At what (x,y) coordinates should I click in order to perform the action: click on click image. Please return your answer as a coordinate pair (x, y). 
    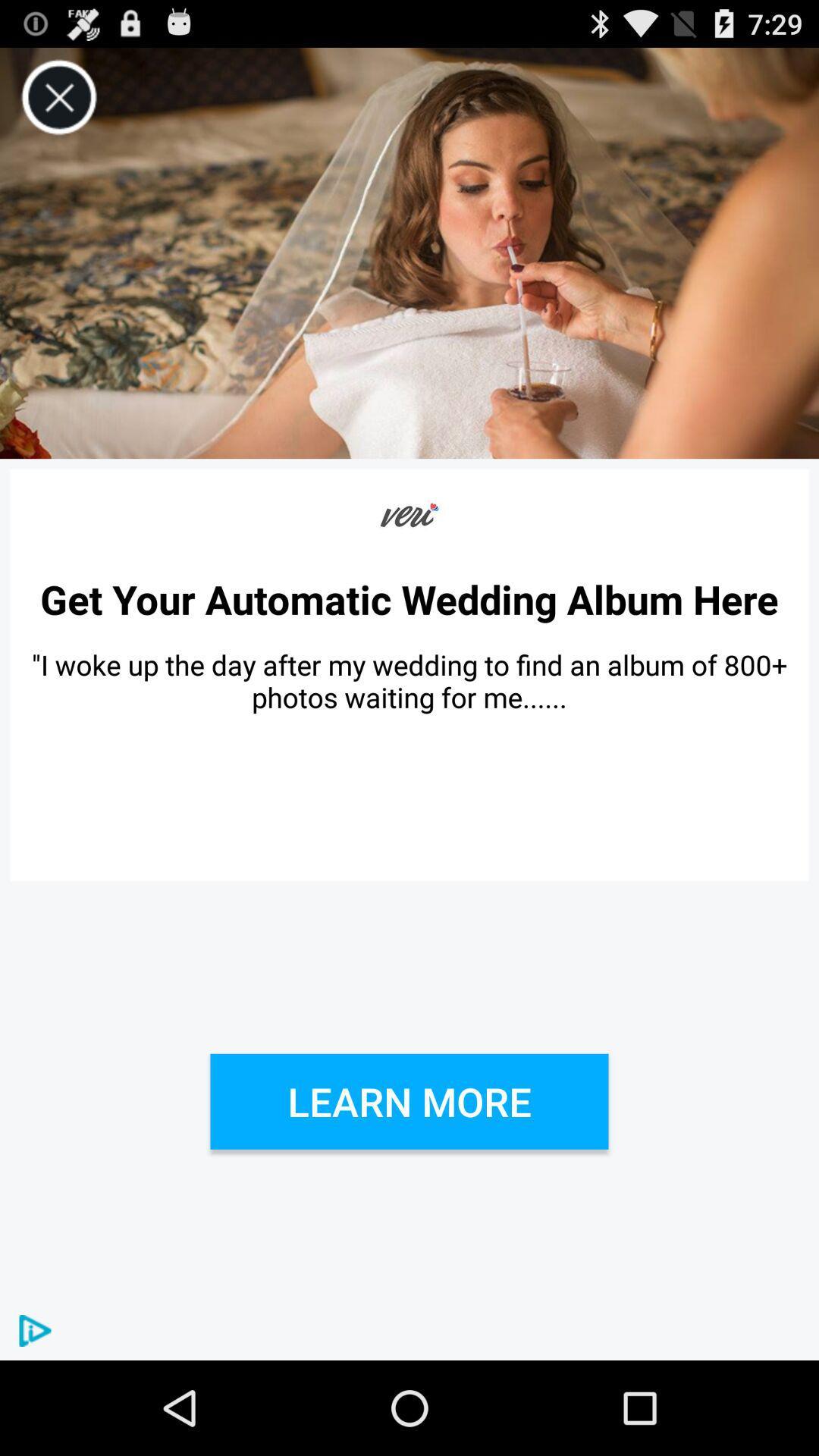
    Looking at the image, I should click on (409, 253).